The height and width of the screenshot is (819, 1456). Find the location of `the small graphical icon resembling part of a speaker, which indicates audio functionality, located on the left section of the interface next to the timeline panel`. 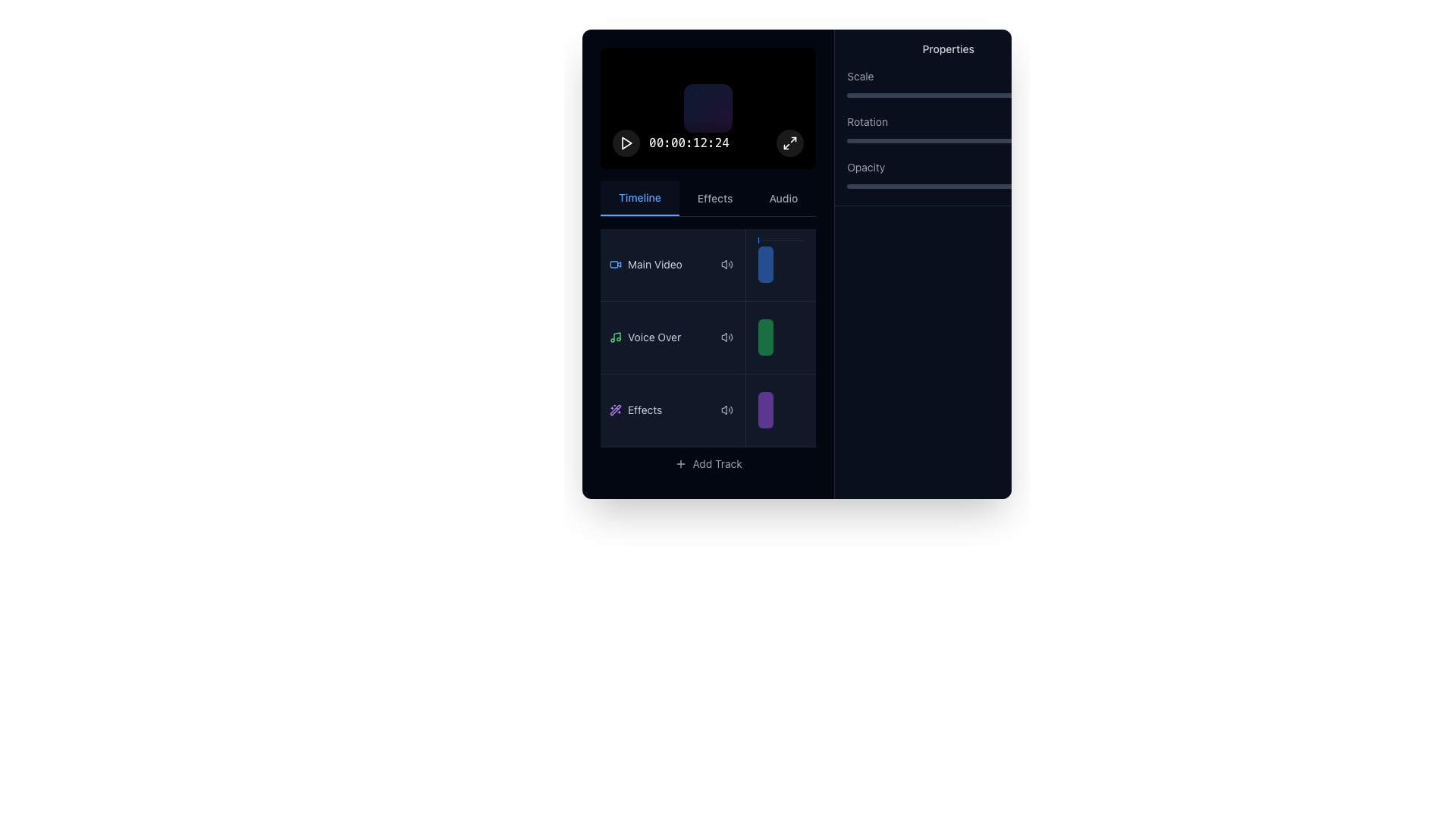

the small graphical icon resembling part of a speaker, which indicates audio functionality, located on the left section of the interface next to the timeline panel is located at coordinates (723, 337).